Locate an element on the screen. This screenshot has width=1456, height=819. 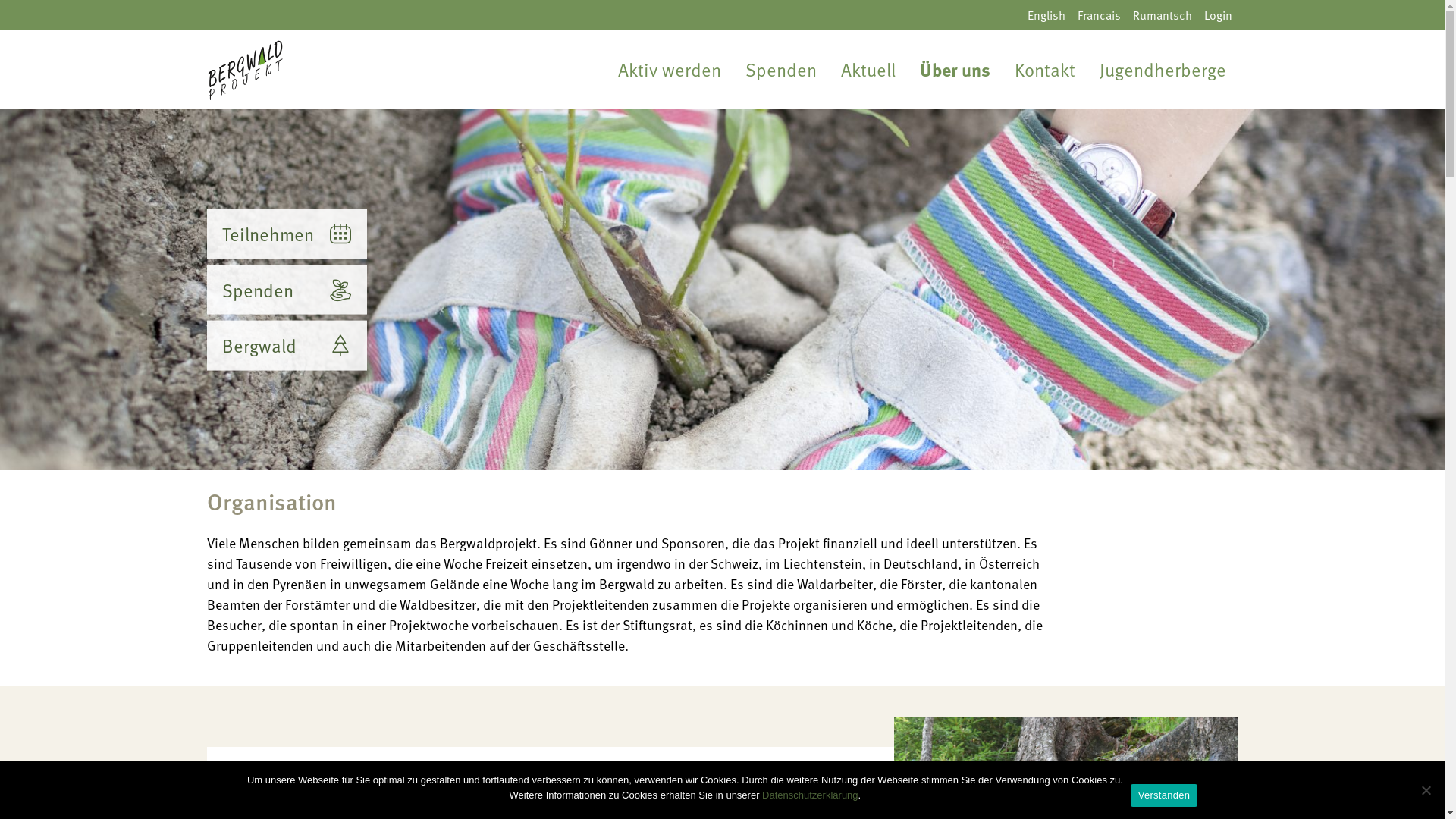
'Jugendherberge' is located at coordinates (1162, 70).